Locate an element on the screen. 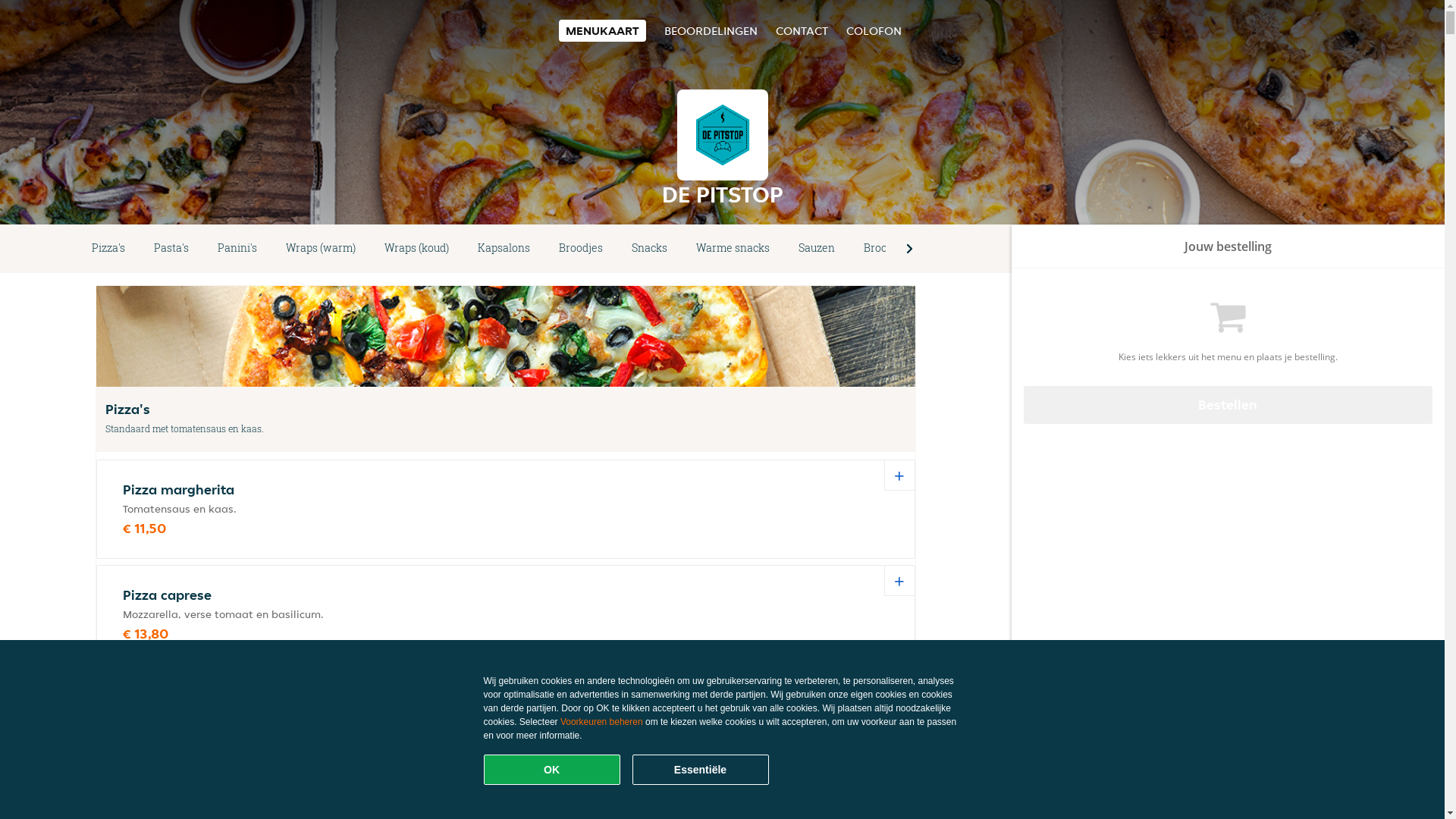  'Wraps (warm)' is located at coordinates (271, 247).